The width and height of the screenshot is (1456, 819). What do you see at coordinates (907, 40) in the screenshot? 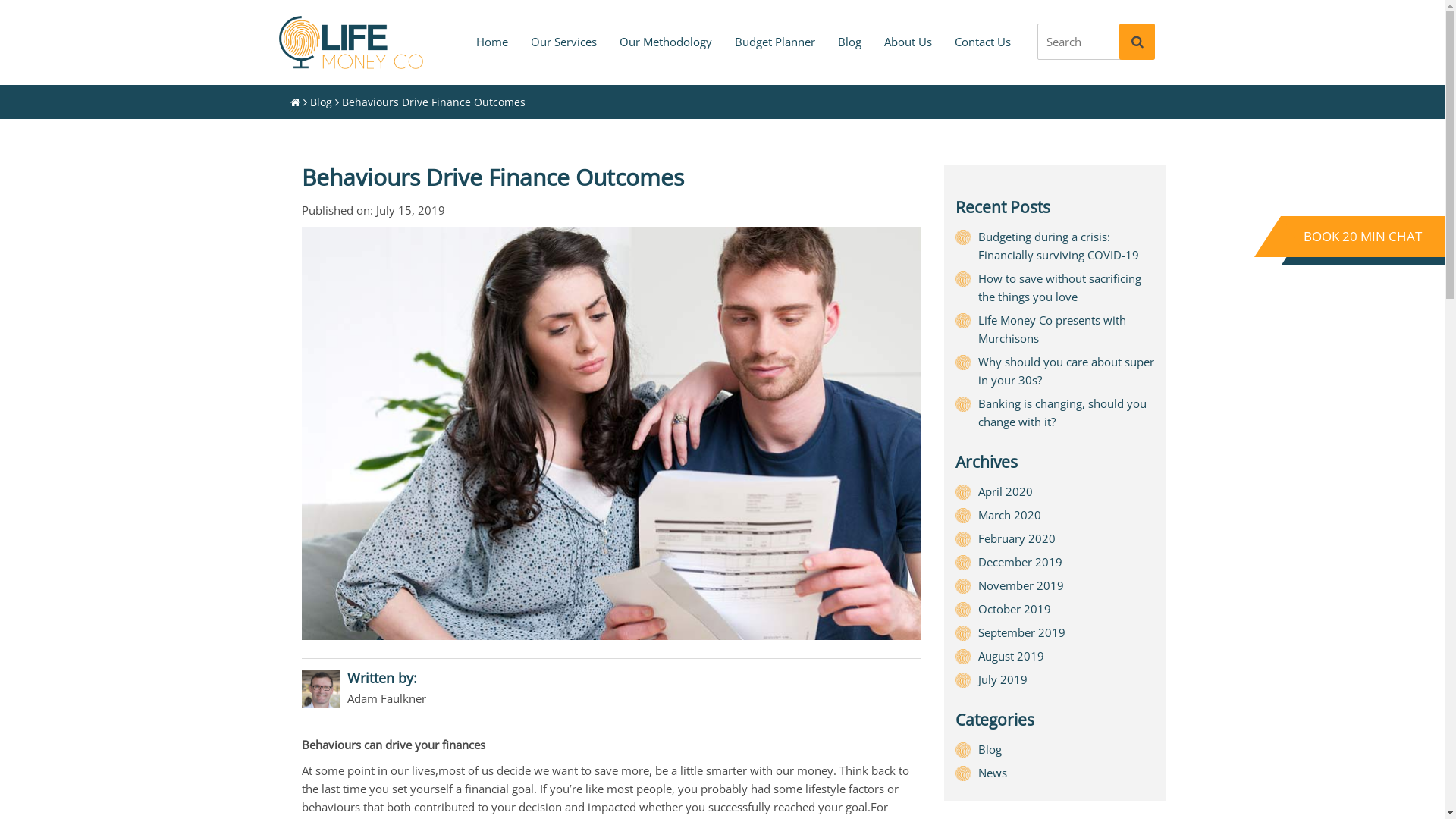
I see `'About Us'` at bounding box center [907, 40].